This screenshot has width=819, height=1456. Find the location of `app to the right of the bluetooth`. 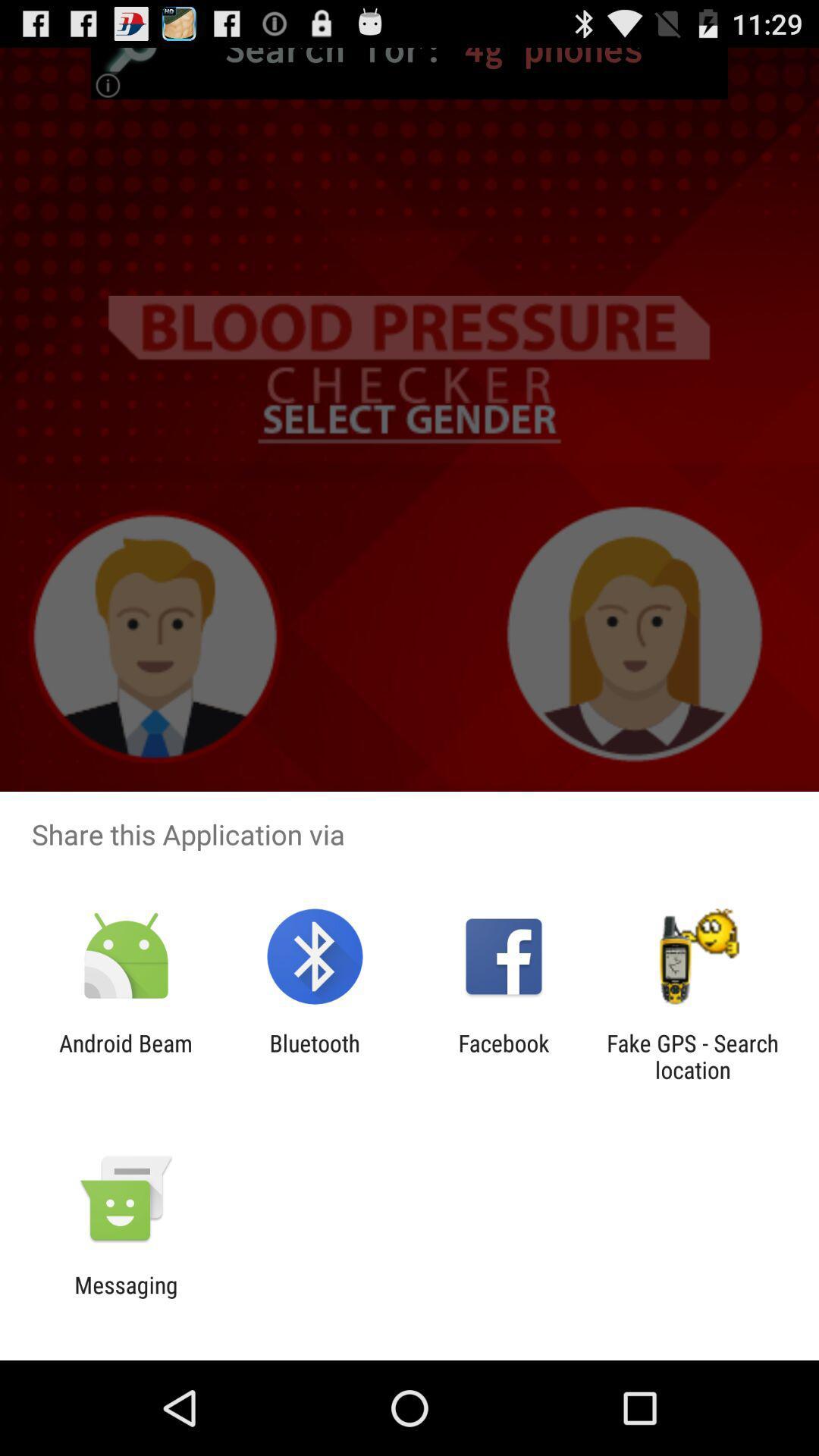

app to the right of the bluetooth is located at coordinates (504, 1056).